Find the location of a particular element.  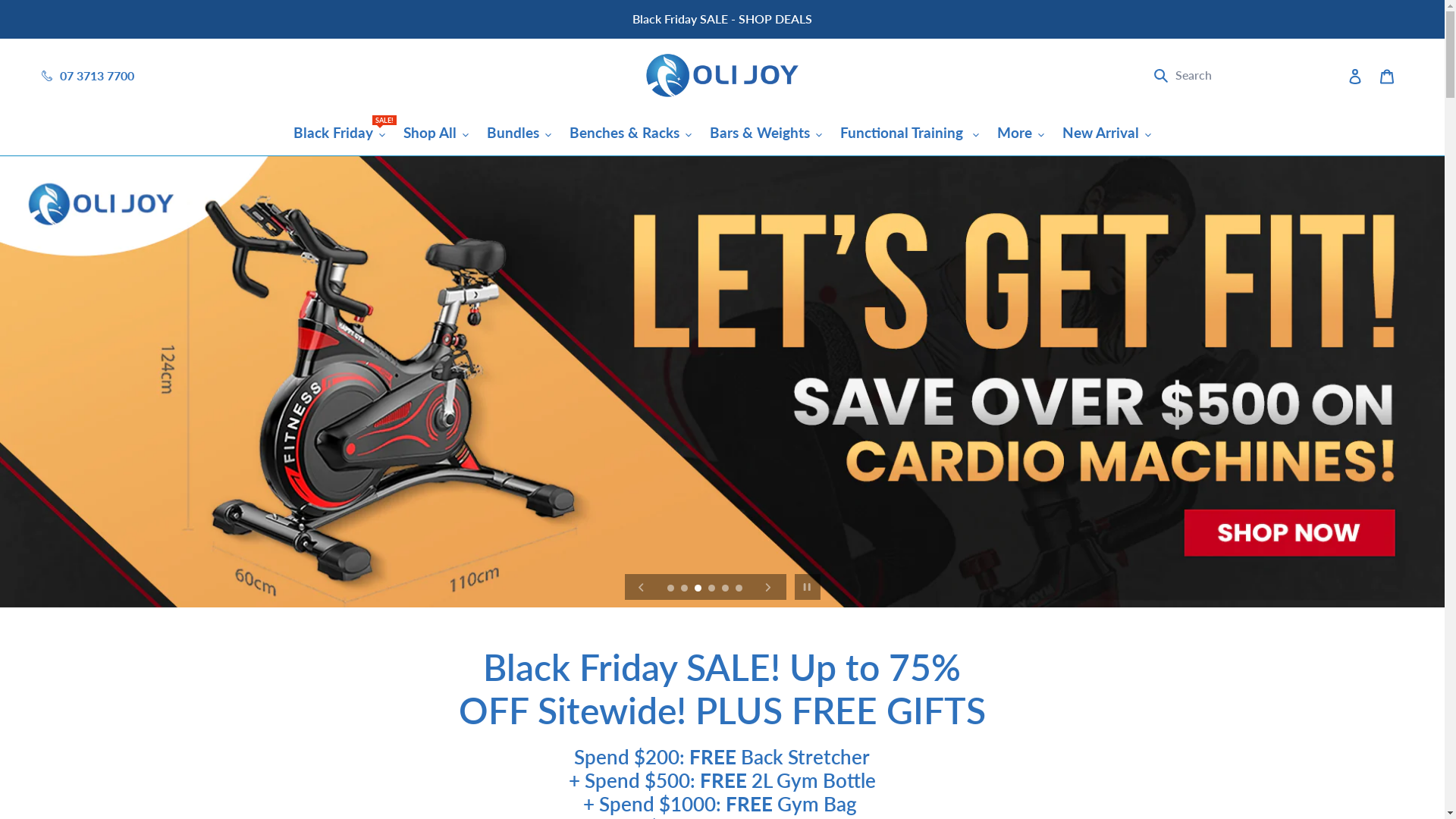

'07 3713 7700' is located at coordinates (59, 75).